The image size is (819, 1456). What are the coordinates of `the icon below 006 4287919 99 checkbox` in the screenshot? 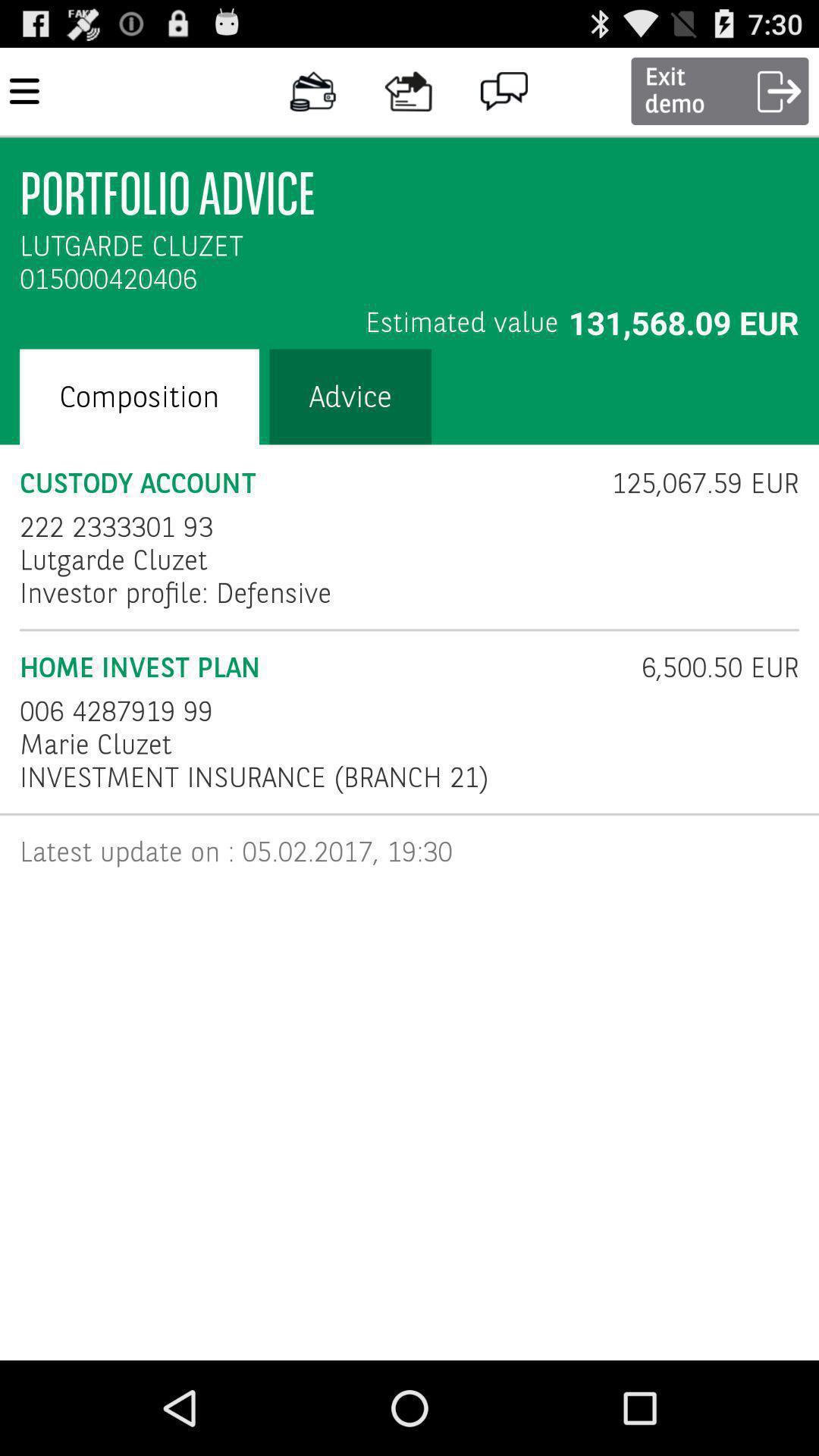 It's located at (96, 744).